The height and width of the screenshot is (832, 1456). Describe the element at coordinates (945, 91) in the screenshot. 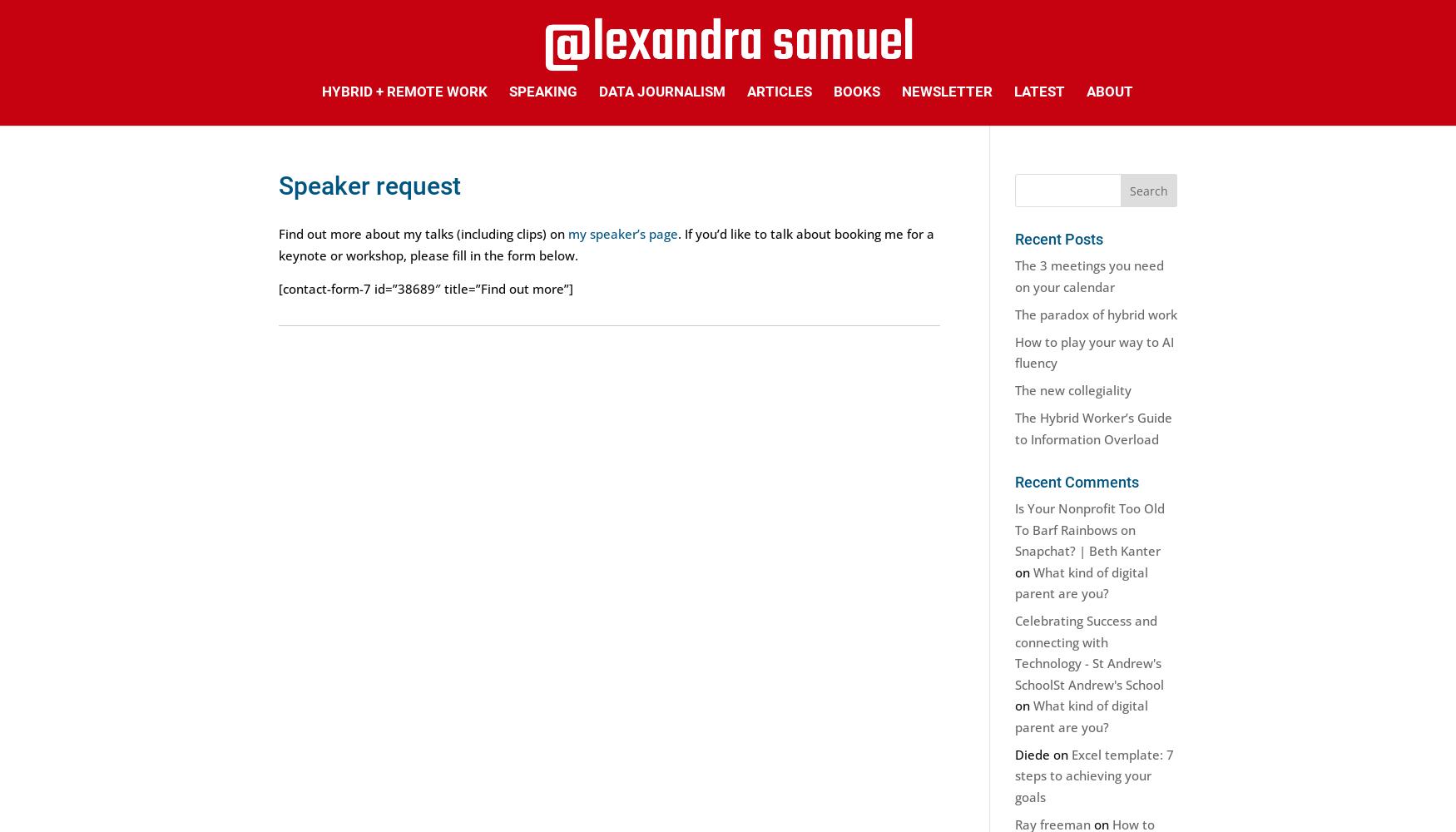

I see `'Newsletter'` at that location.